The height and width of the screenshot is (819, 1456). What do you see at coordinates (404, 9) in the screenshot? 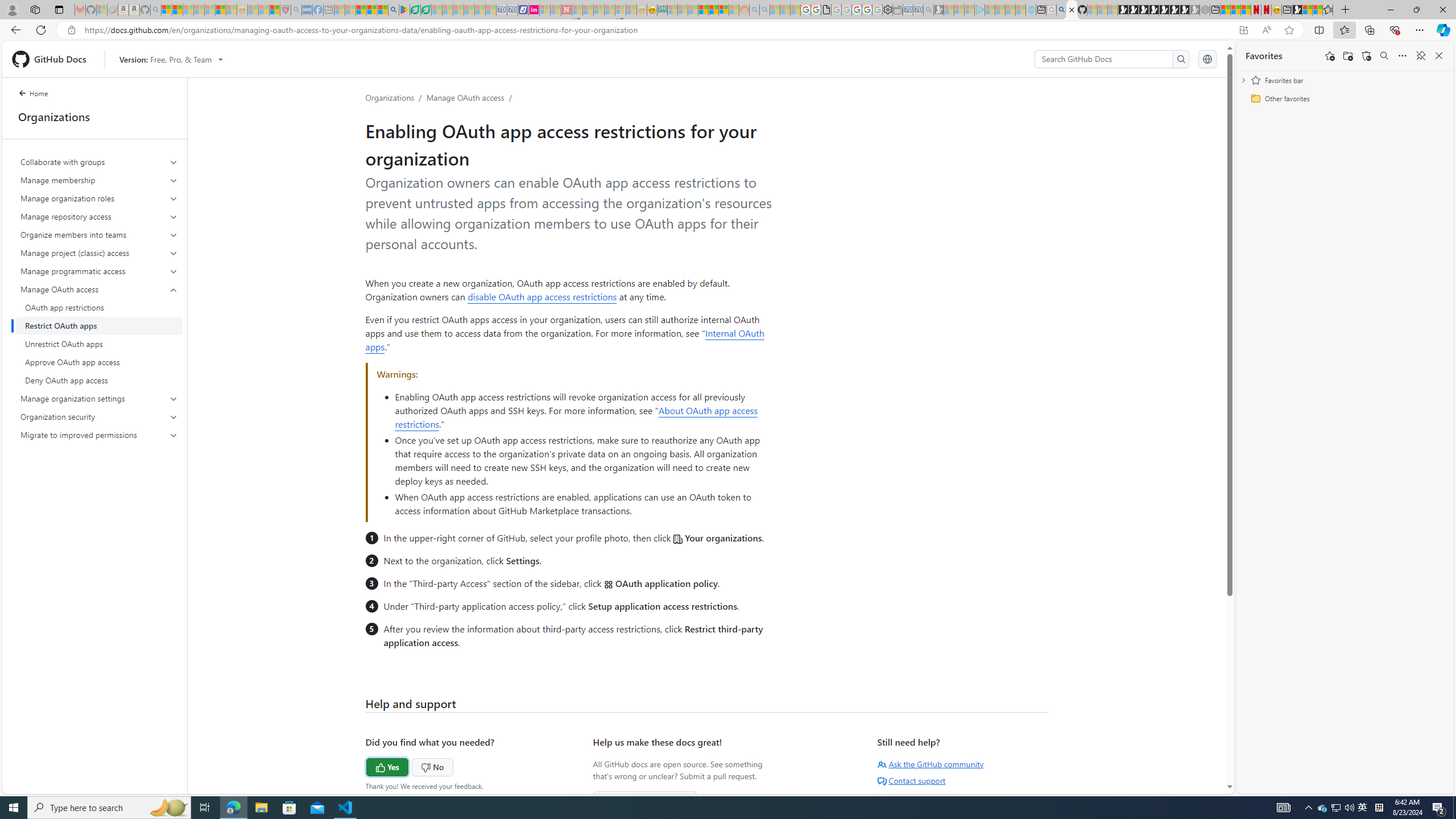
I see `'Bluey: Let'` at bounding box center [404, 9].